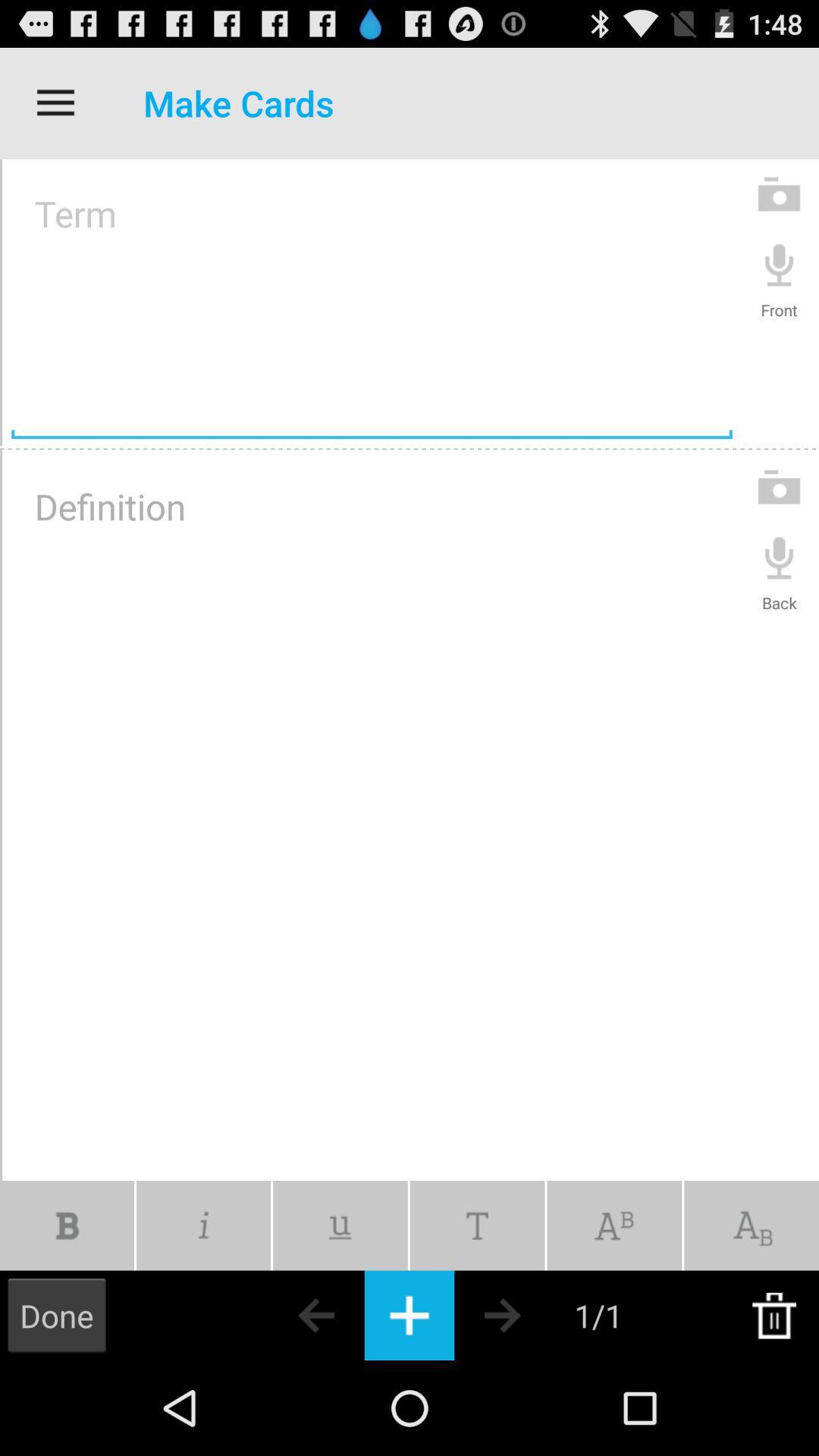  Describe the element at coordinates (409, 1314) in the screenshot. I see `new card` at that location.